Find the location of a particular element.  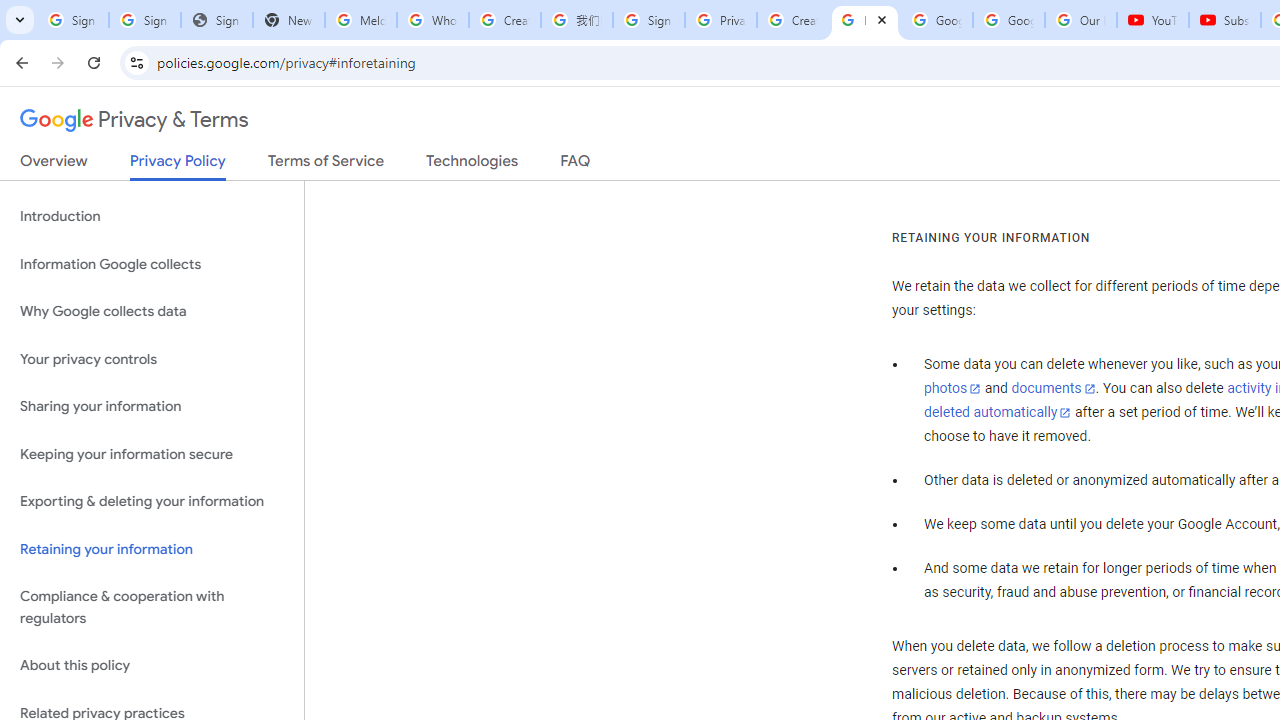

'Subscriptions - YouTube' is located at coordinates (1223, 20).